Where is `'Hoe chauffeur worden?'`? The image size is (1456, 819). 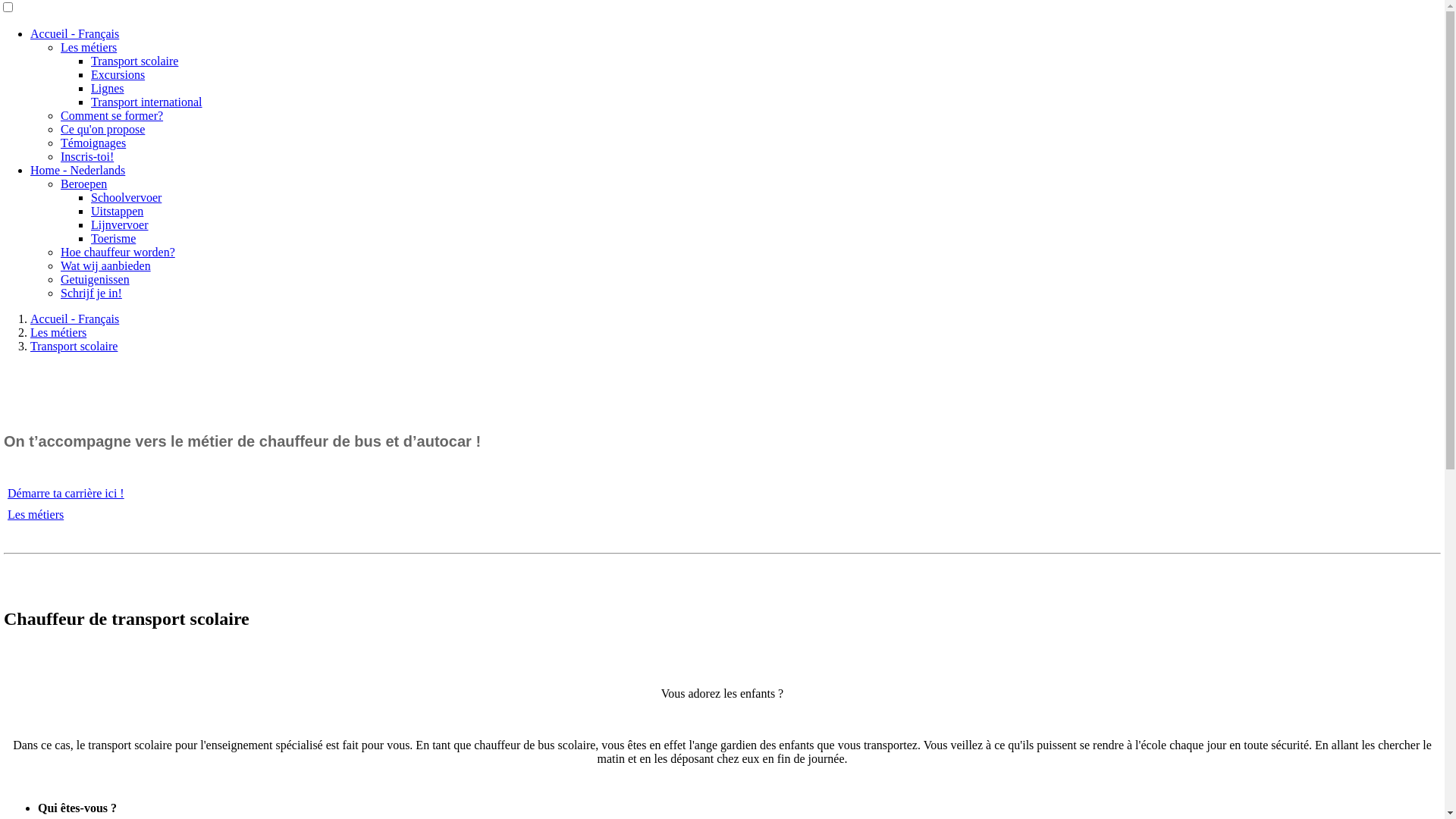 'Hoe chauffeur worden?' is located at coordinates (61, 251).